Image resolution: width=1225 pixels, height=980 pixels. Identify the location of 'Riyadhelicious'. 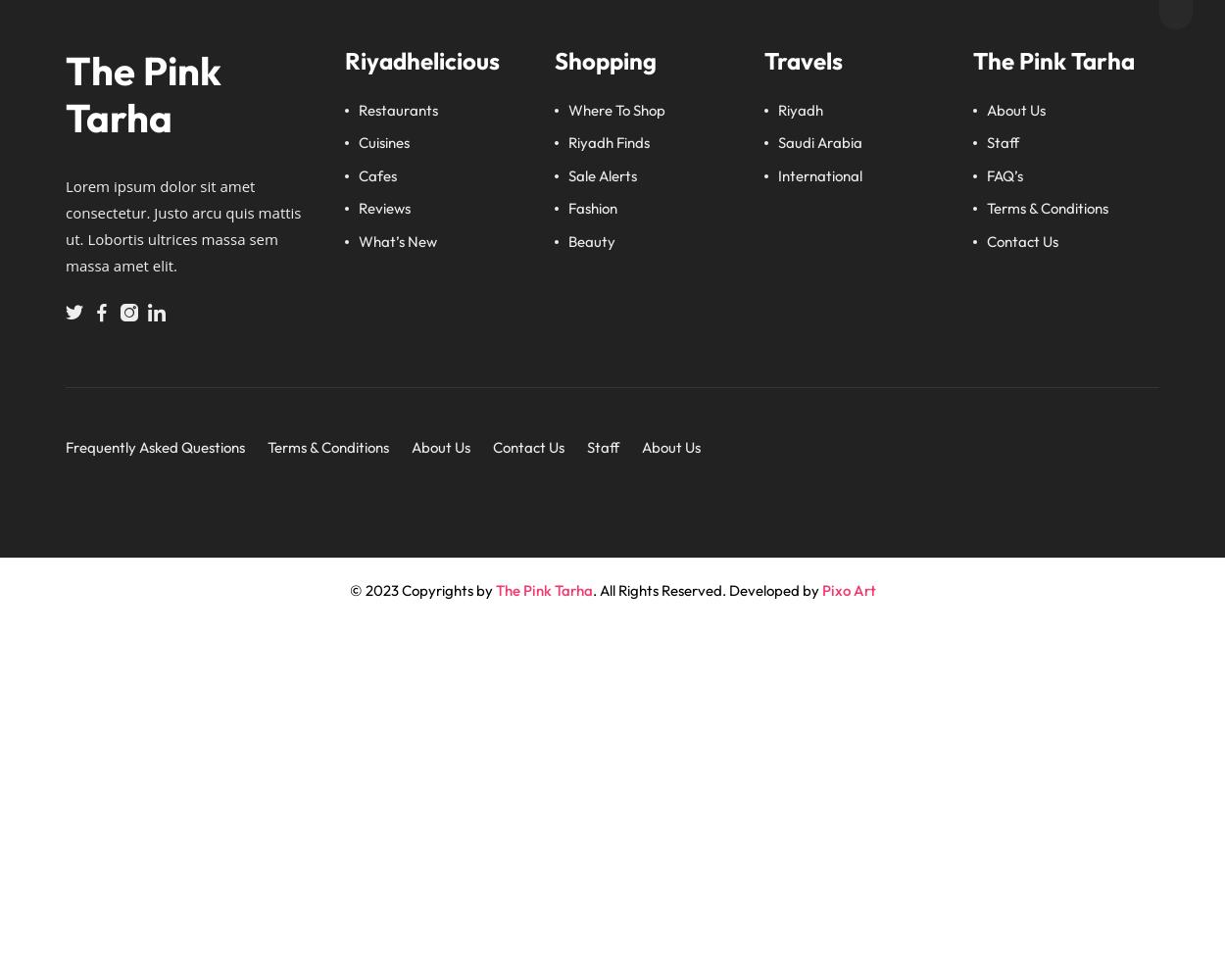
(344, 60).